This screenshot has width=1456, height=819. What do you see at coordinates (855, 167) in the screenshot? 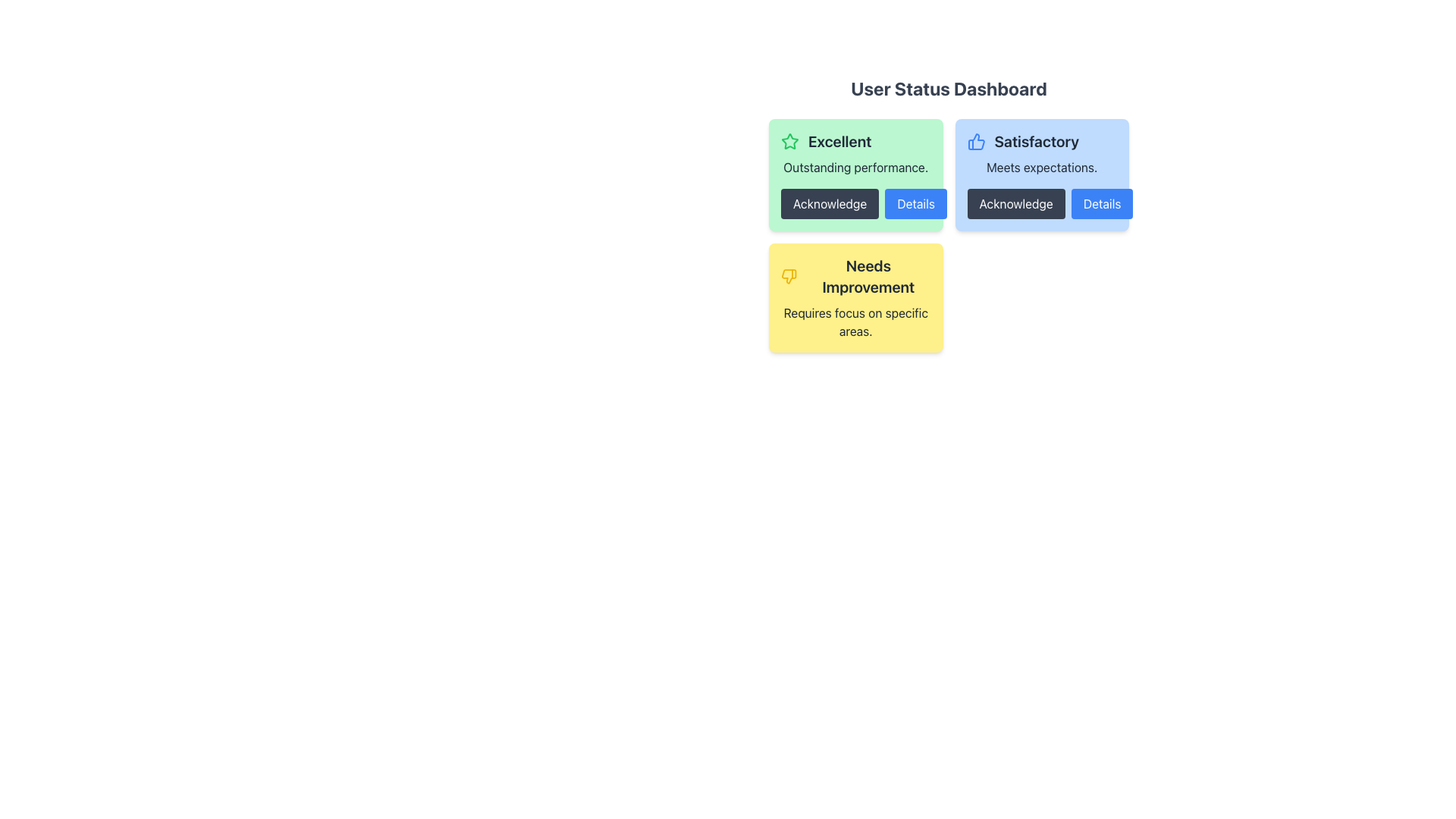
I see `static text element located in the 'Excellent' section of the User Status Dashboard, positioned below the title 'Excellent' and above the action buttons 'Acknowledge' and 'Details'` at bounding box center [855, 167].